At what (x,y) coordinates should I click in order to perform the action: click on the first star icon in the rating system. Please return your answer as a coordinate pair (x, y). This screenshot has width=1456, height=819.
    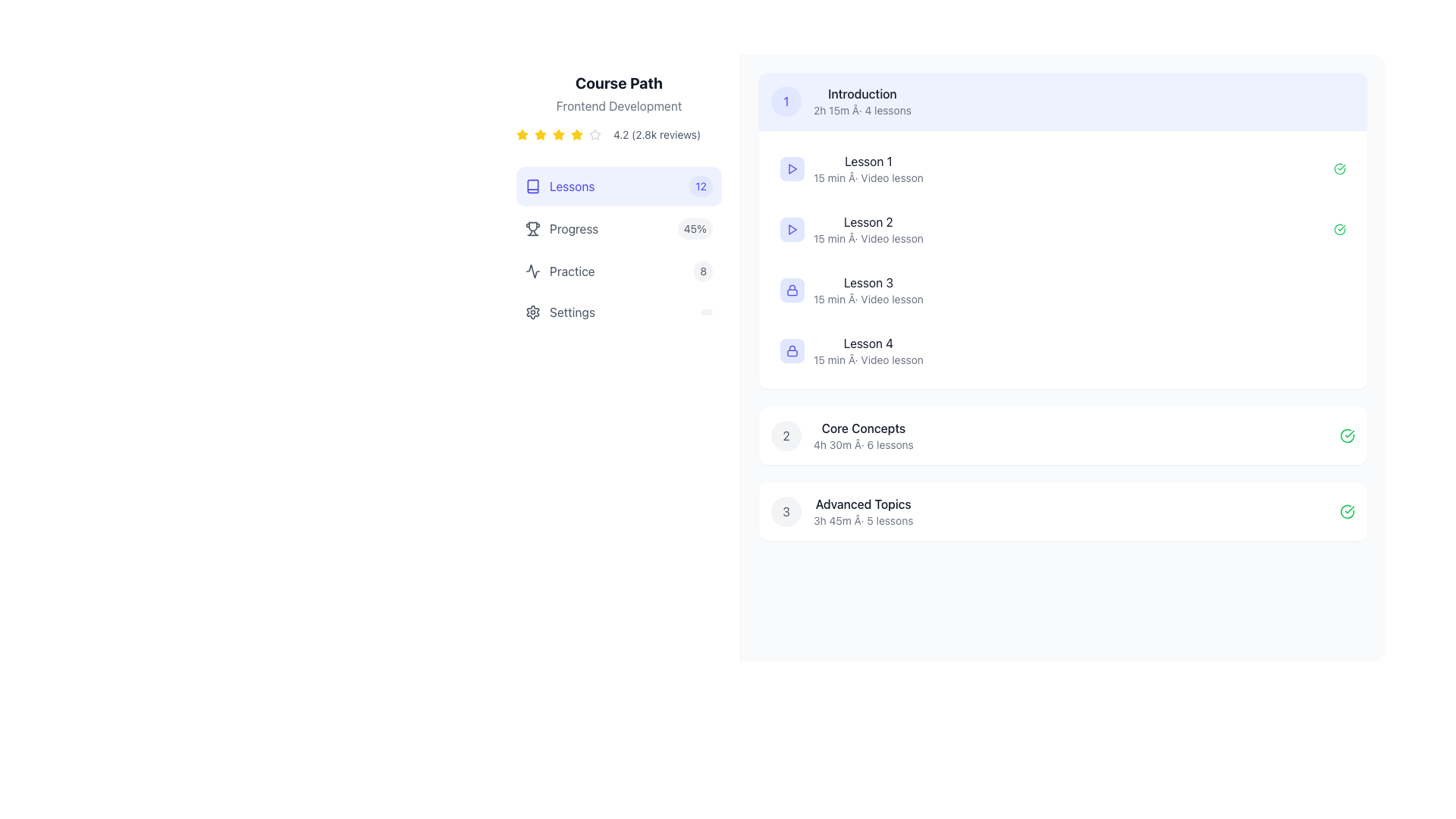
    Looking at the image, I should click on (522, 133).